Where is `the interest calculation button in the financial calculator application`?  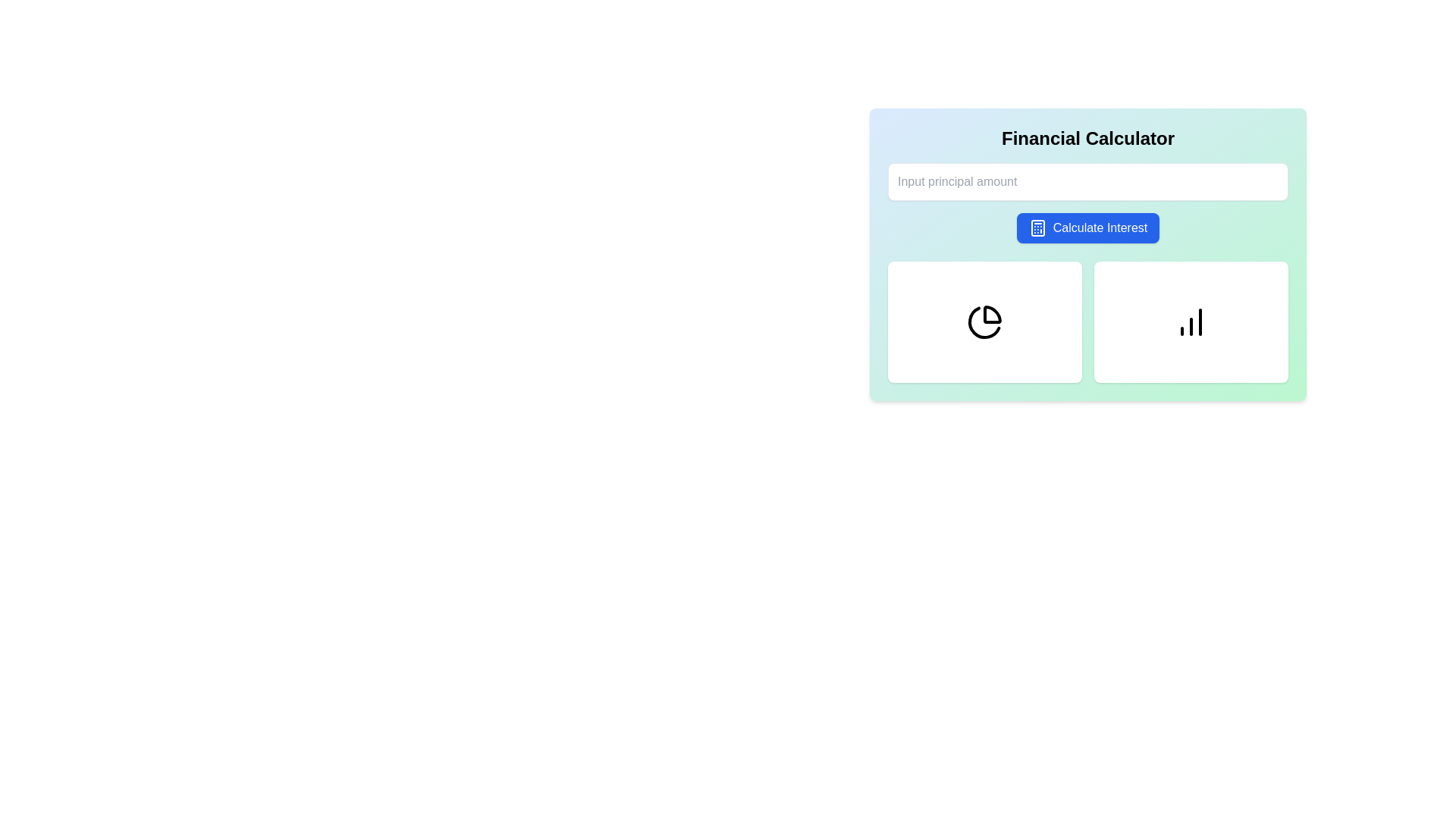
the interest calculation button in the financial calculator application is located at coordinates (1087, 227).